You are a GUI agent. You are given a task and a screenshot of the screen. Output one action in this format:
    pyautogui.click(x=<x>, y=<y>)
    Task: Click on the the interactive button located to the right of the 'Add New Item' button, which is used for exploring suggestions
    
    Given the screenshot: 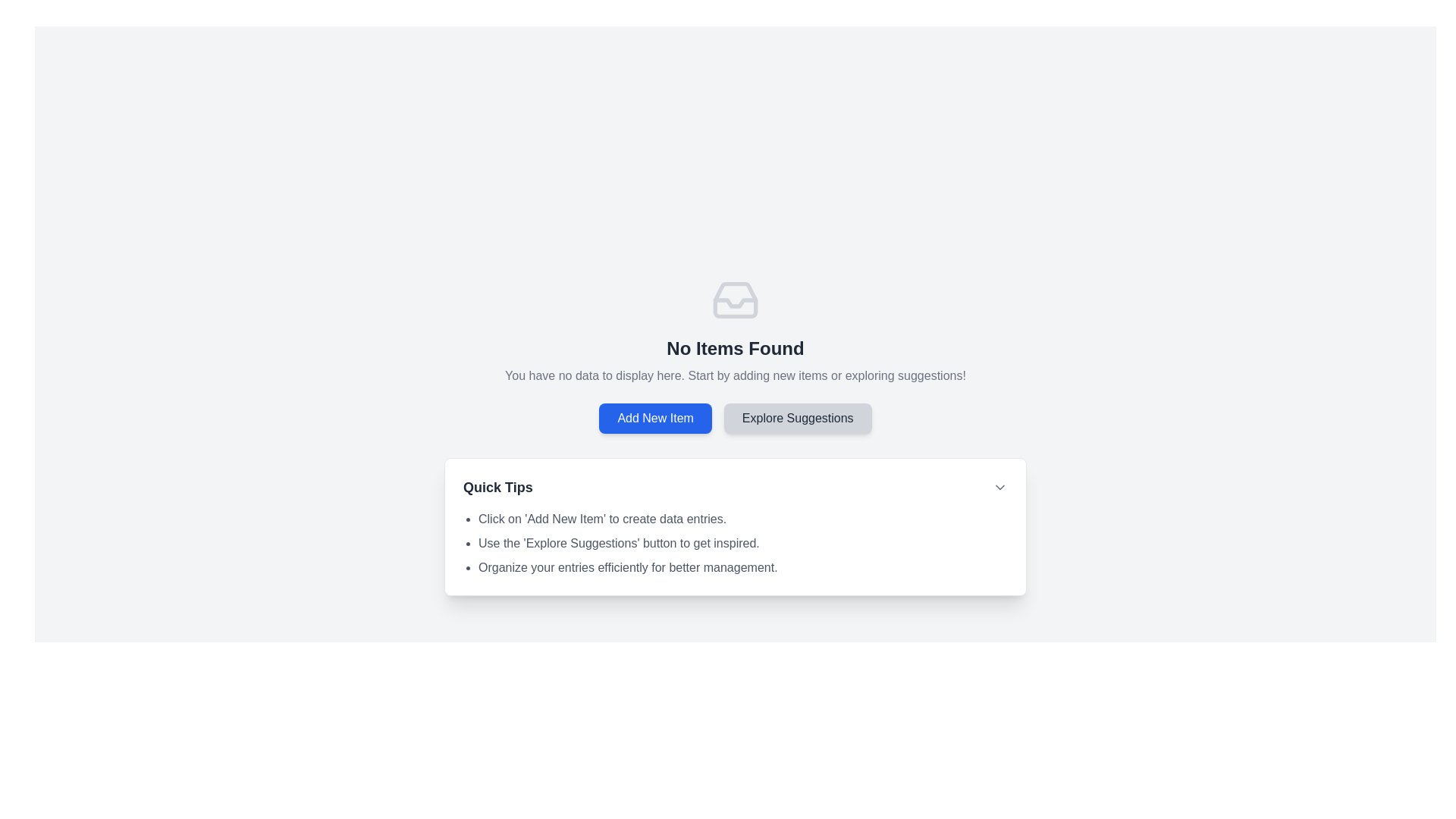 What is the action you would take?
    pyautogui.click(x=797, y=418)
    